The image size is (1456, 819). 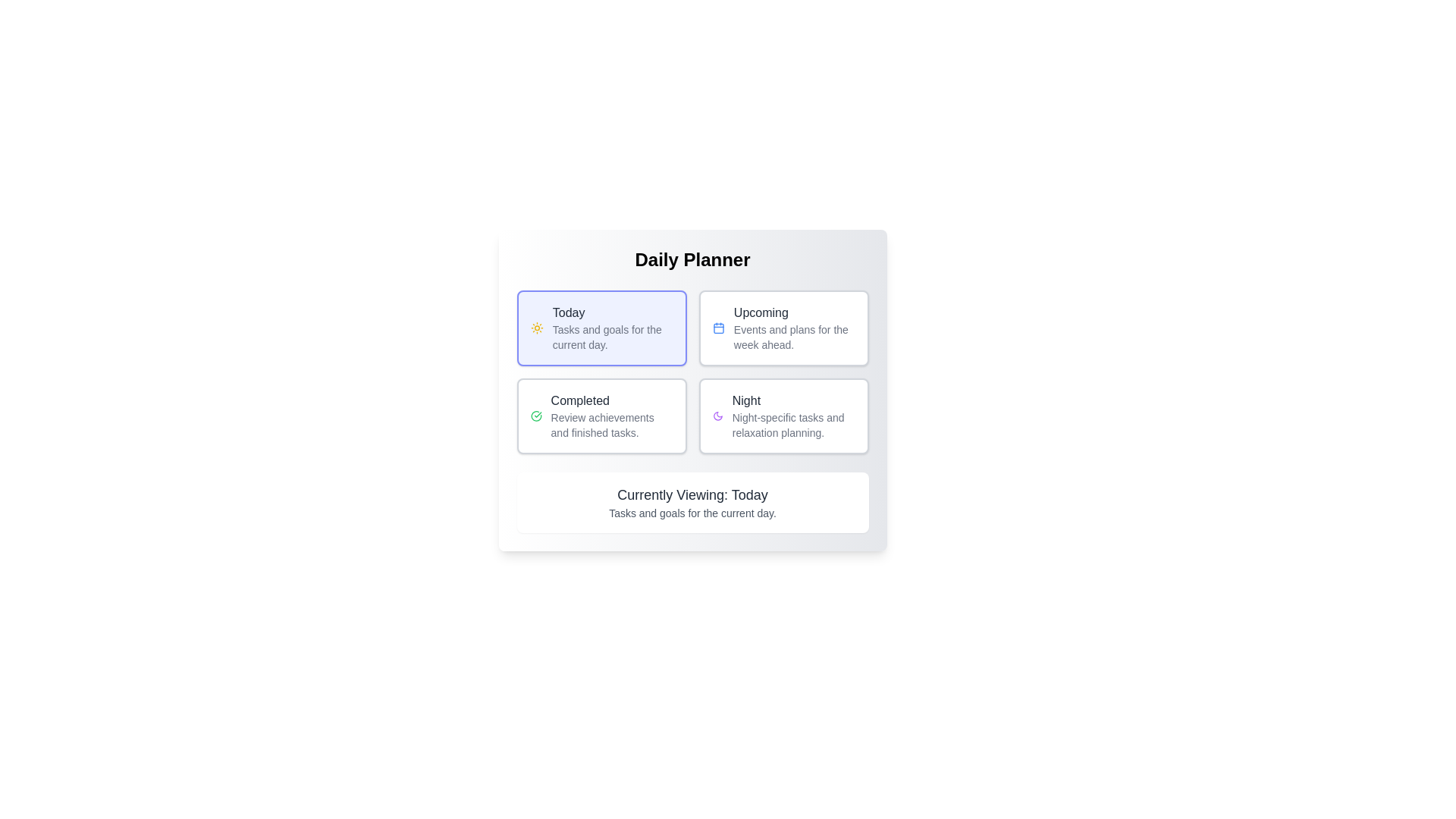 What do you see at coordinates (692, 513) in the screenshot?
I see `text label that displays 'Tasks and goals for the current day.' located at the bottom of the card titled 'Currently Viewing: Today' in the 'Daily Planner' interface` at bounding box center [692, 513].